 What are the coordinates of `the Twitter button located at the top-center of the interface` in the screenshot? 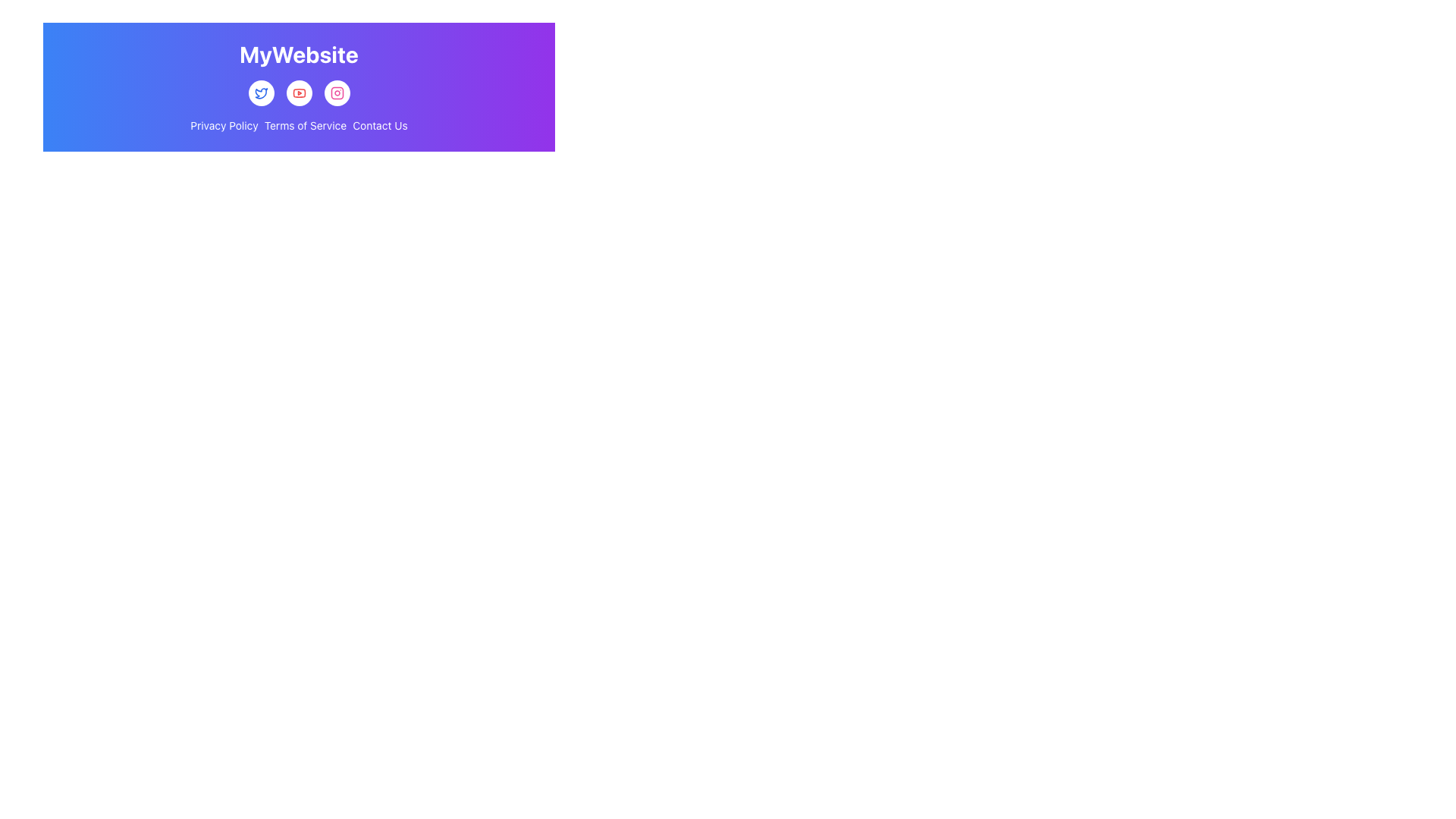 It's located at (261, 93).